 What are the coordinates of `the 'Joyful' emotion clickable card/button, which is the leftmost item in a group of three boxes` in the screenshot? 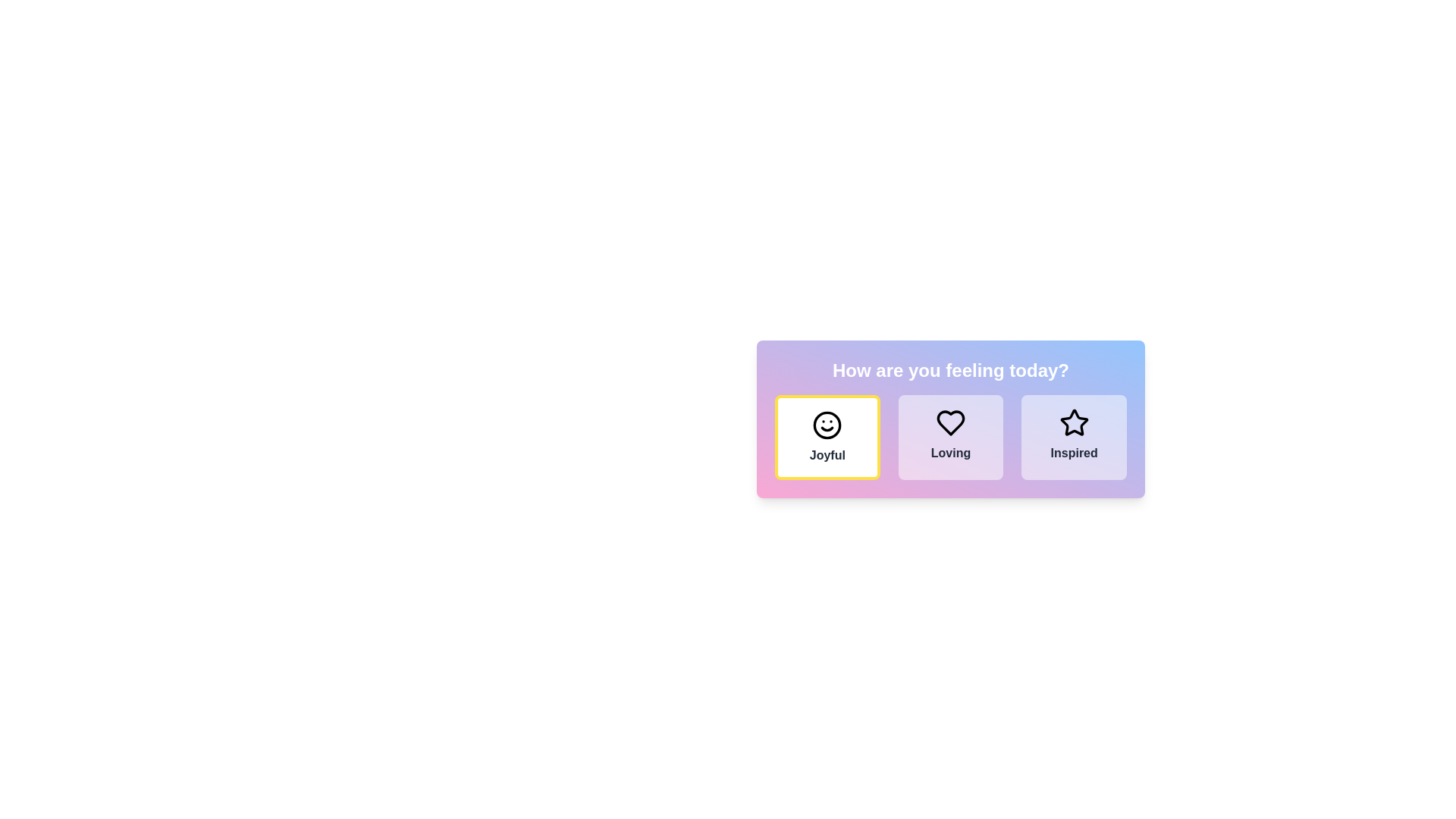 It's located at (827, 438).